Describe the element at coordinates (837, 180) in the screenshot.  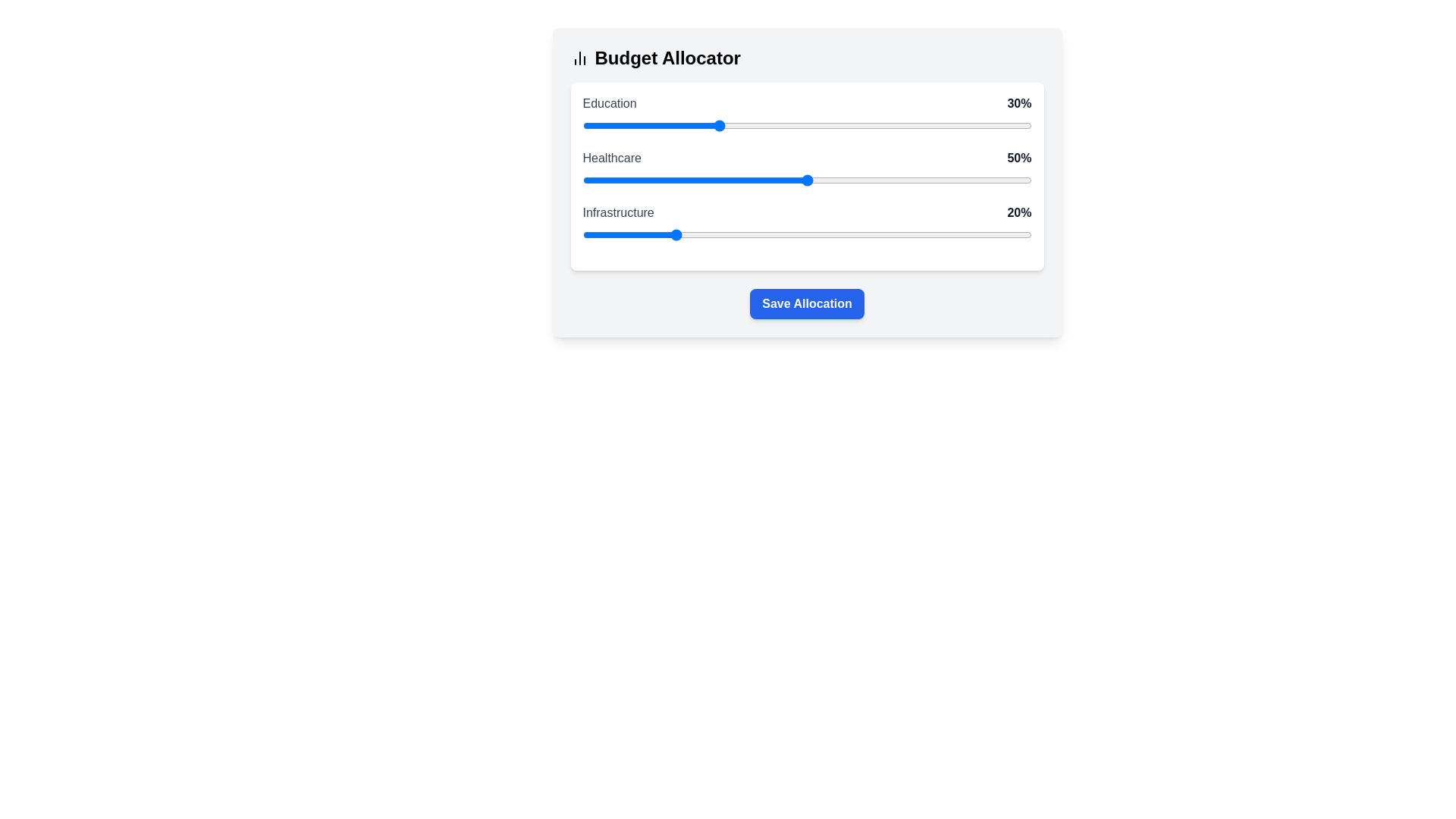
I see `the healthcare allocation slider` at that location.